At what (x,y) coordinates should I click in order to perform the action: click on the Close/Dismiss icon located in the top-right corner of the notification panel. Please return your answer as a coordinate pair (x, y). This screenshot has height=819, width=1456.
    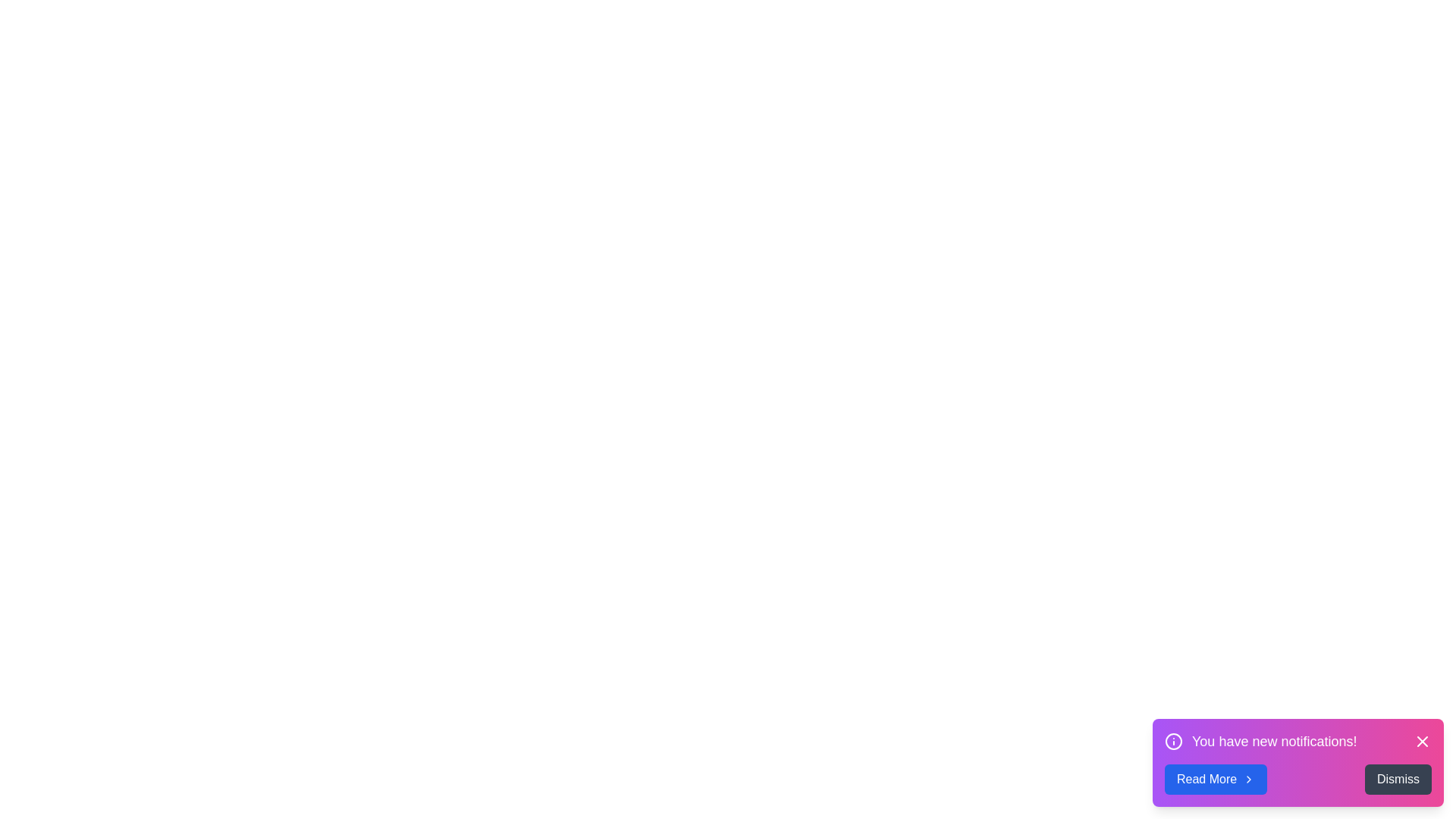
    Looking at the image, I should click on (1422, 741).